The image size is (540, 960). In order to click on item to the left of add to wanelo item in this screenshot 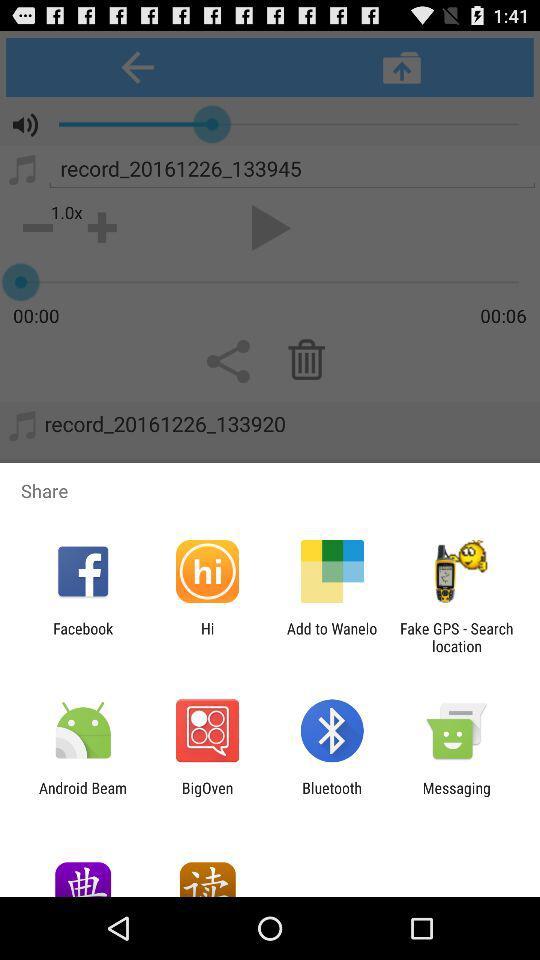, I will do `click(206, 636)`.